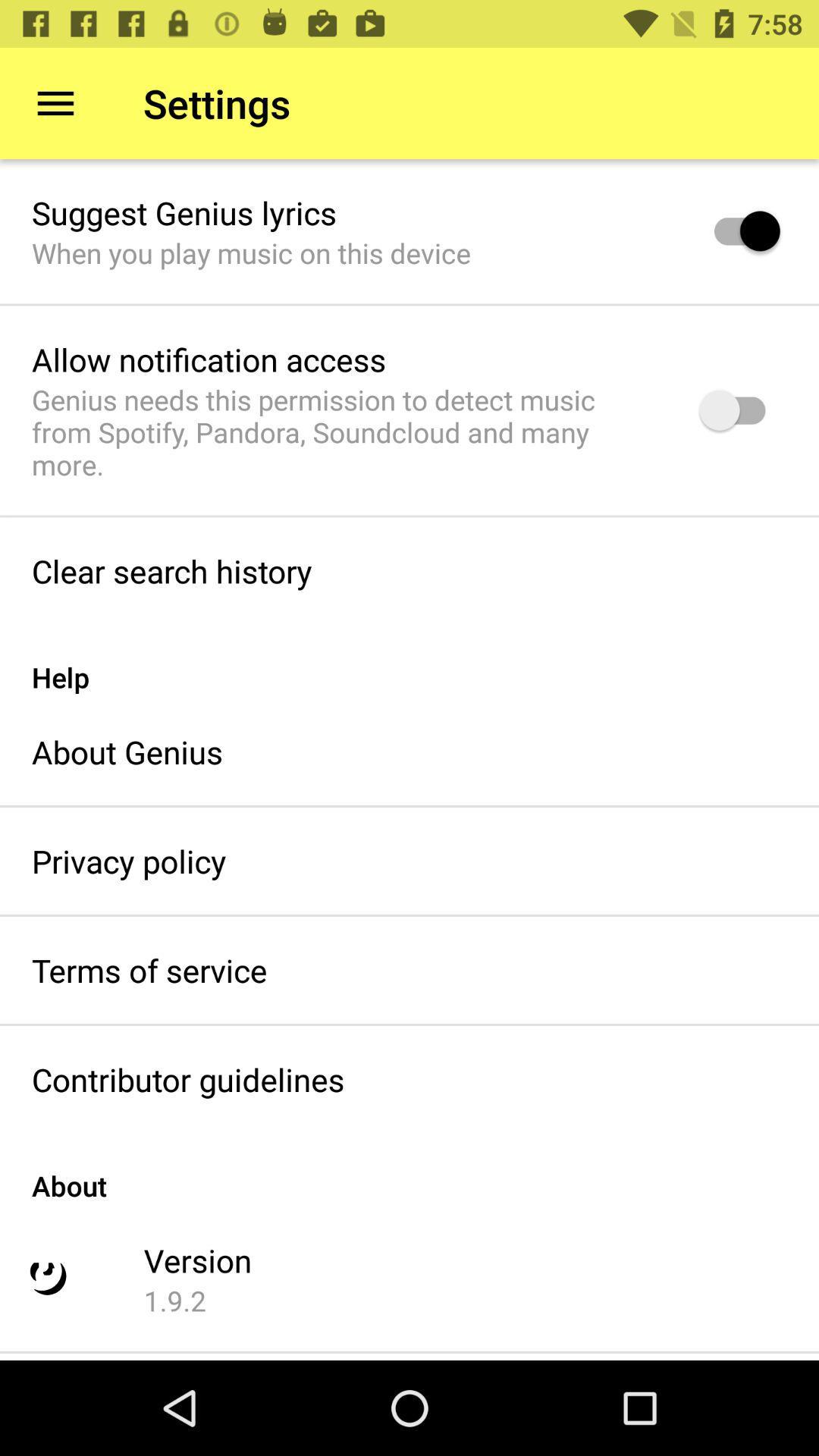 This screenshot has width=819, height=1456. What do you see at coordinates (409, 661) in the screenshot?
I see `the help at the center` at bounding box center [409, 661].